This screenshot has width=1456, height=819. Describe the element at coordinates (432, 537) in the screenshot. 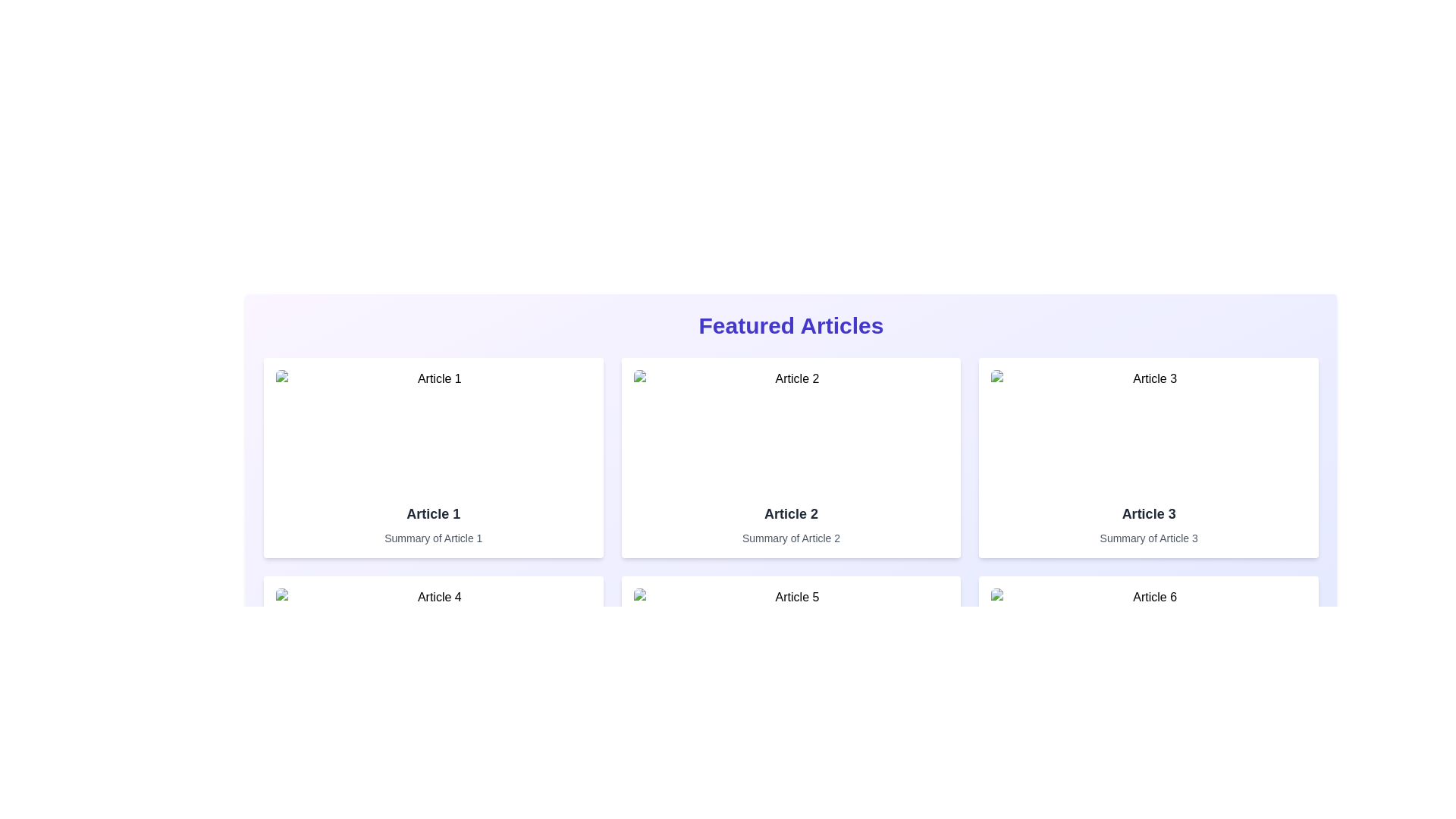

I see `the text label displaying 'Summary of Article 1', which is positioned below the bold header 'Article 1' within a white card` at that location.